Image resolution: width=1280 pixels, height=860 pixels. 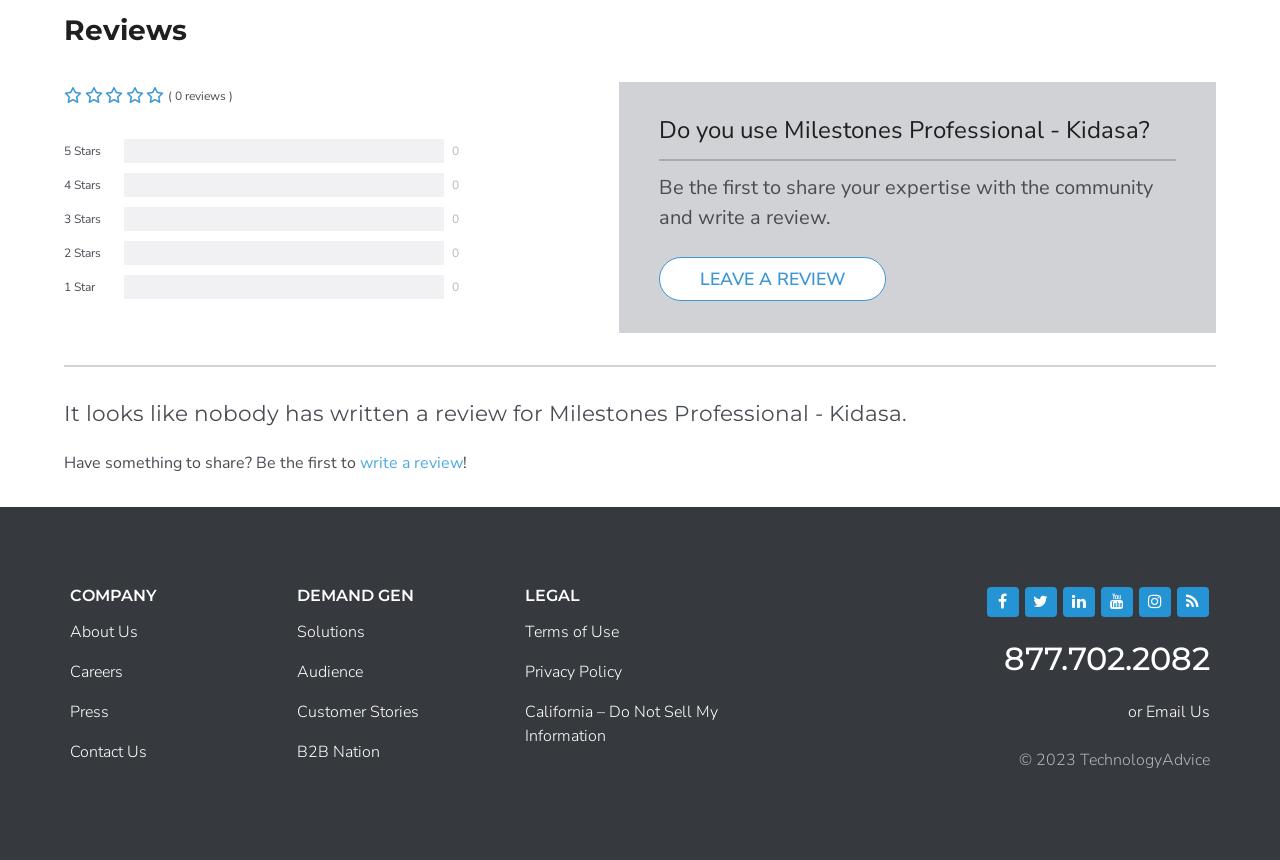 What do you see at coordinates (1136, 709) in the screenshot?
I see `'or'` at bounding box center [1136, 709].